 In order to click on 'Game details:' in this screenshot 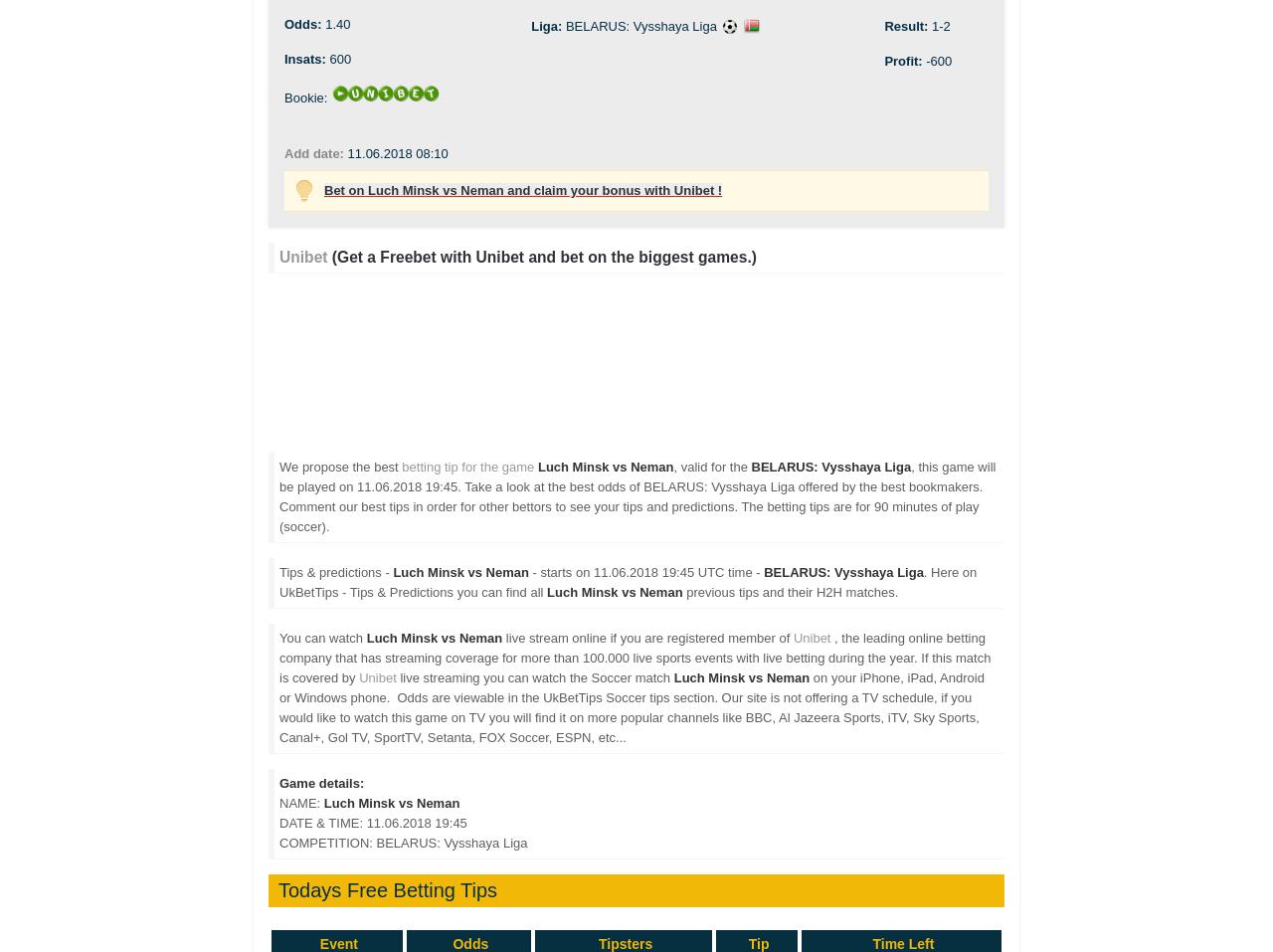, I will do `click(321, 782)`.